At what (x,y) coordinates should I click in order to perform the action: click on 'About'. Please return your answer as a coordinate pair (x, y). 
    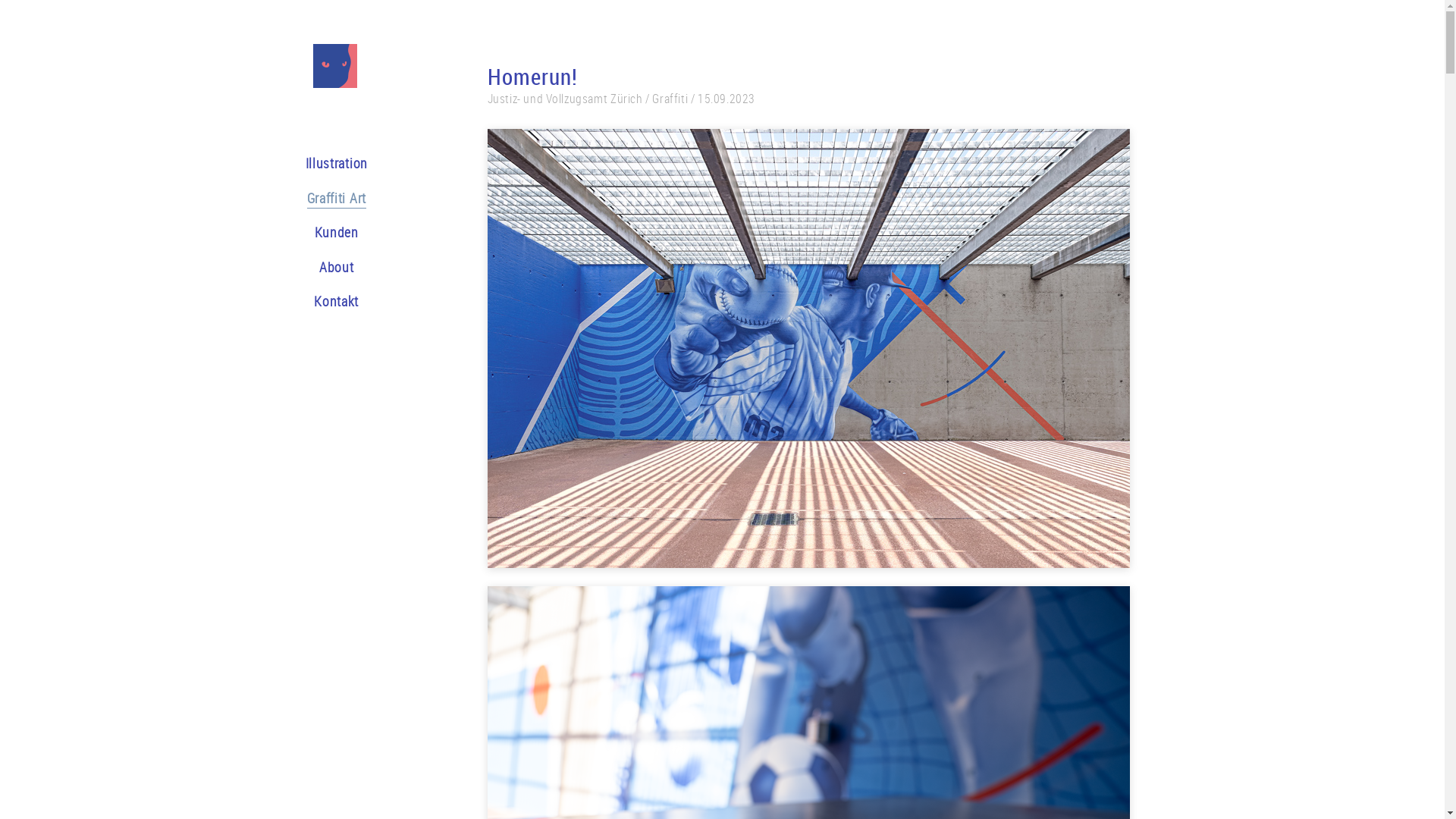
    Looking at the image, I should click on (336, 268).